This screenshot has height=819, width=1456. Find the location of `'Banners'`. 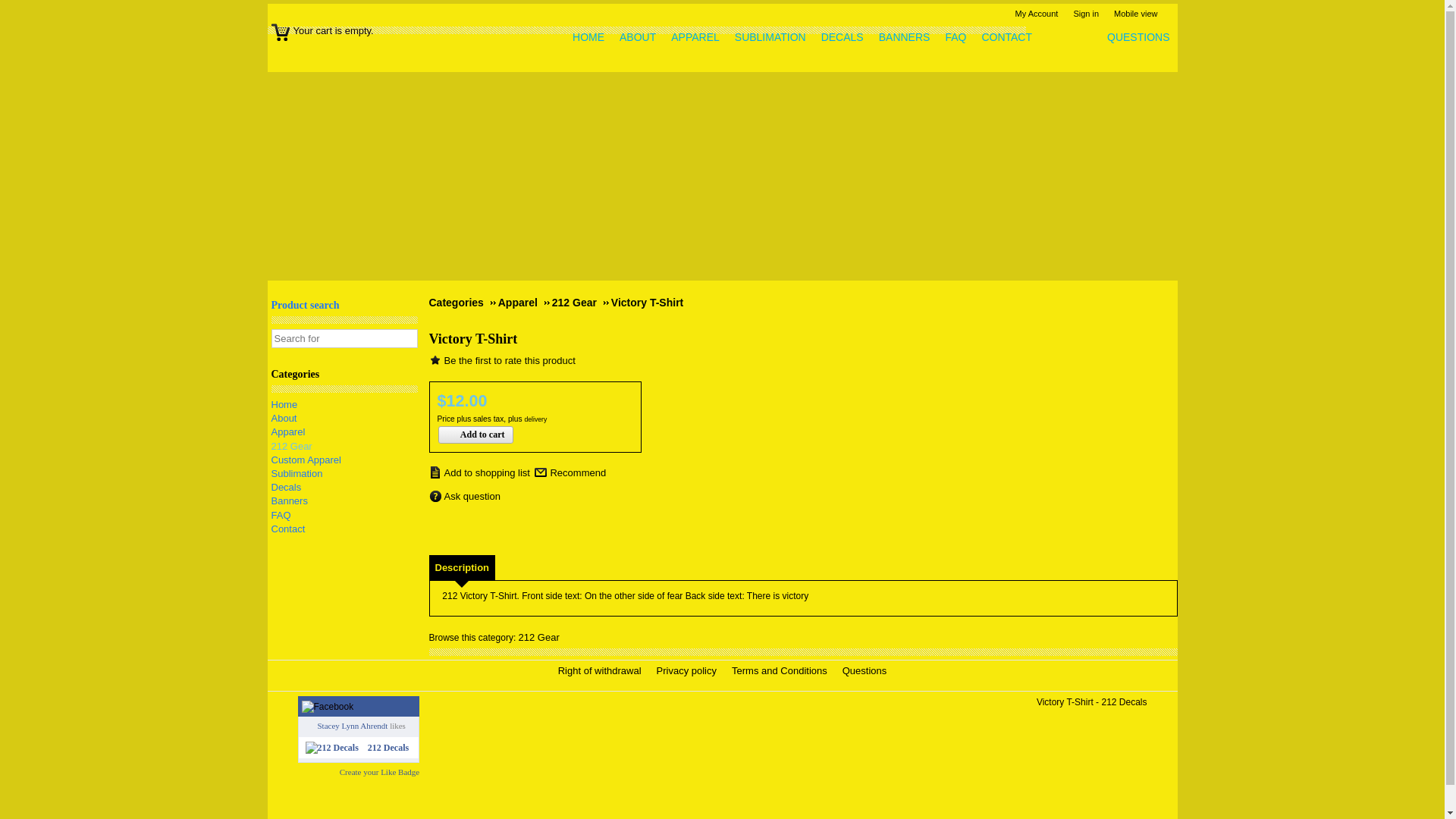

'Banners' is located at coordinates (290, 500).